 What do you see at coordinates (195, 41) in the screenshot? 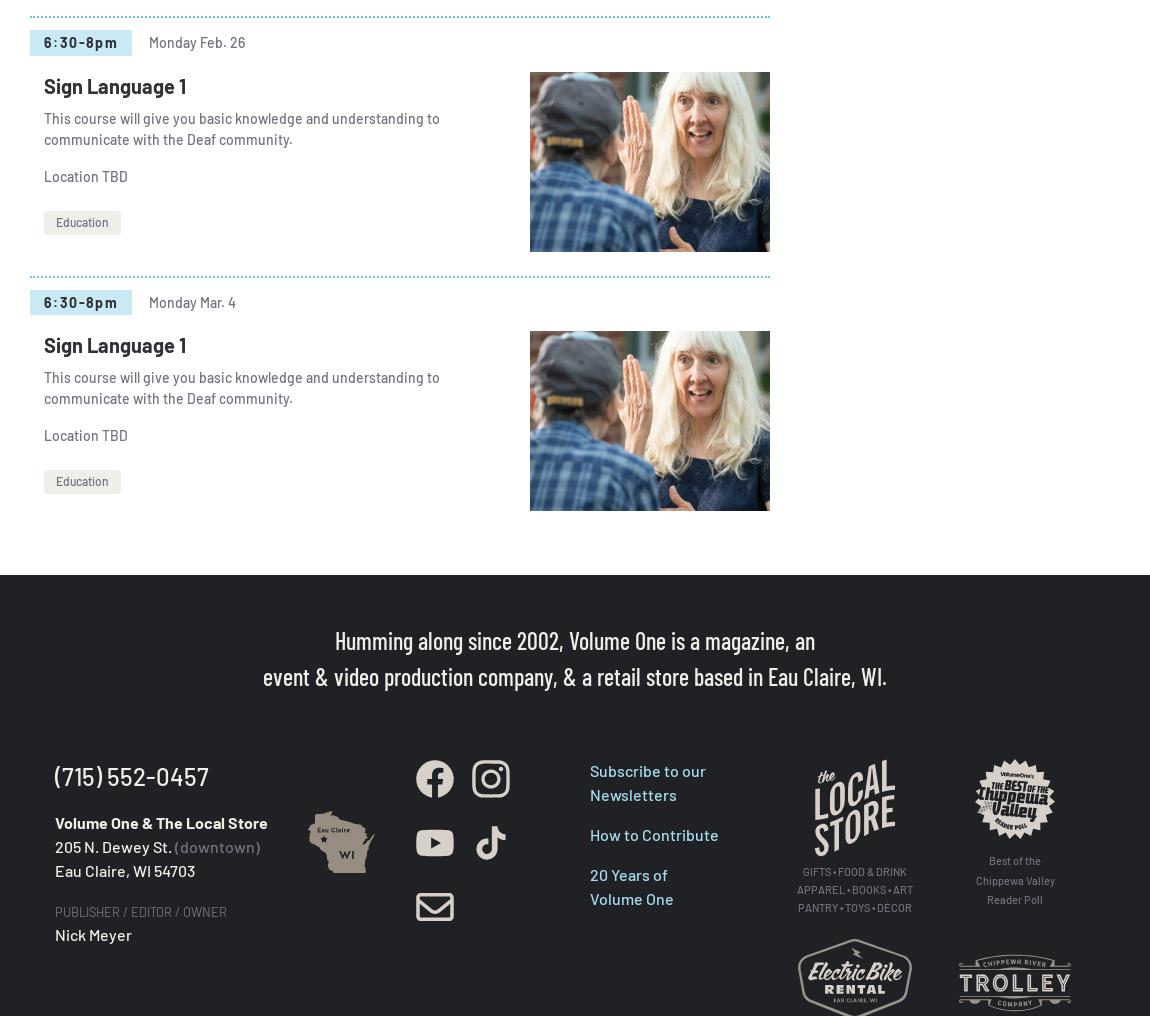
I see `'Monday Feb. 26'` at bounding box center [195, 41].